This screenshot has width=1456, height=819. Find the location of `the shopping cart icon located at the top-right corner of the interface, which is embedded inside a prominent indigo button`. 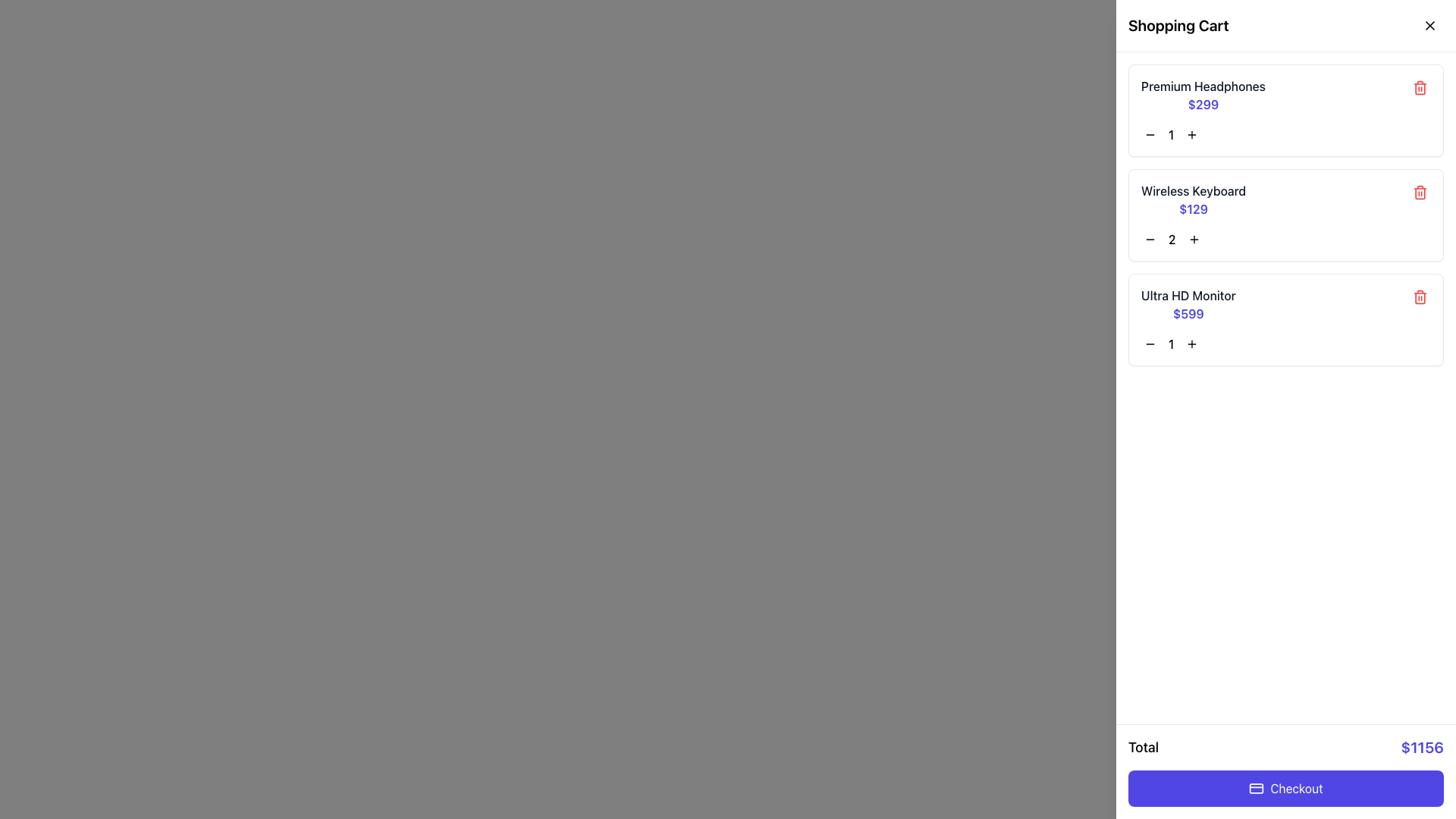

the shopping cart icon located at the top-right corner of the interface, which is embedded inside a prominent indigo button is located at coordinates (1427, 27).